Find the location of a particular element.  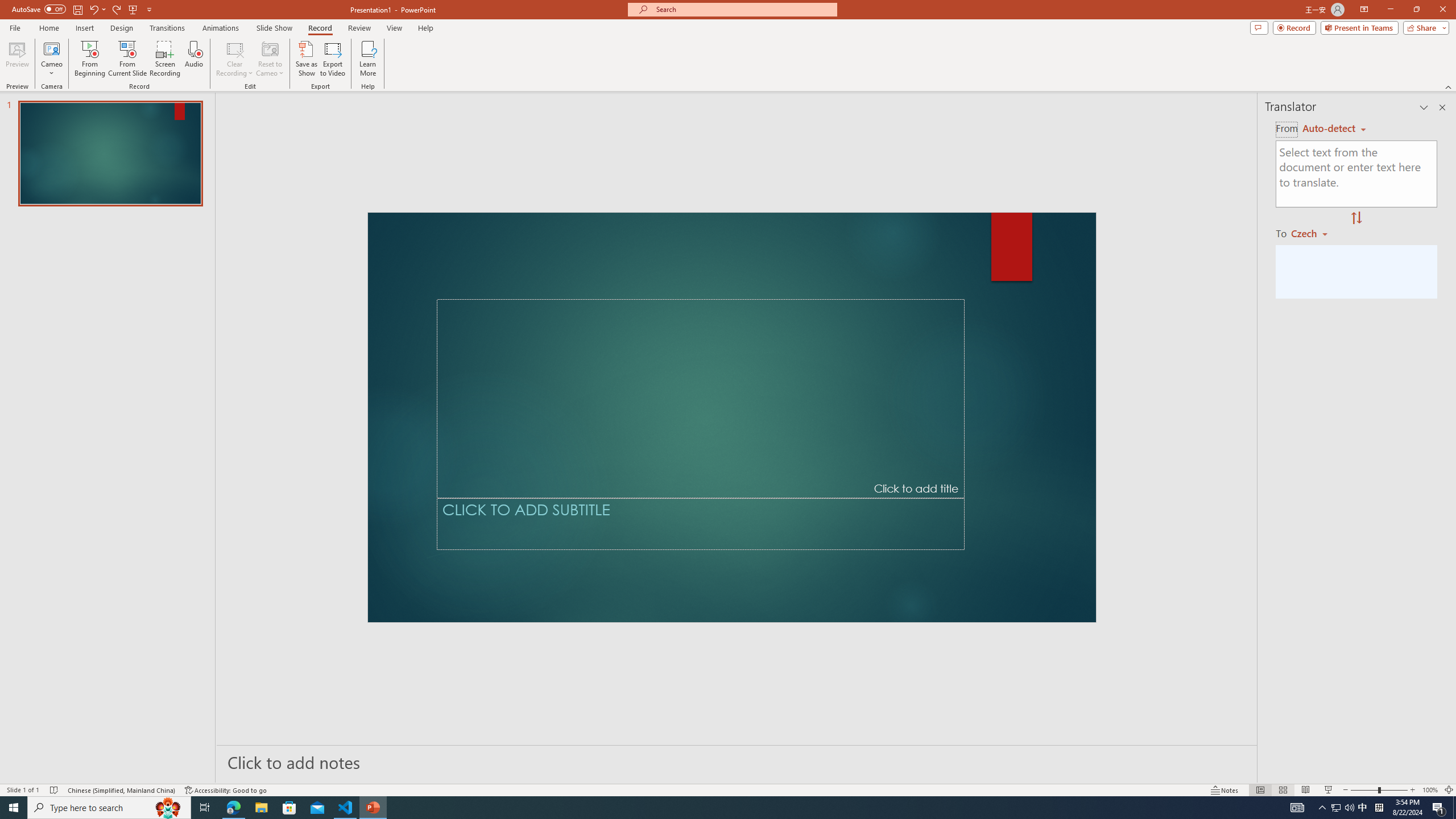

'Export to Video' is located at coordinates (332, 59).